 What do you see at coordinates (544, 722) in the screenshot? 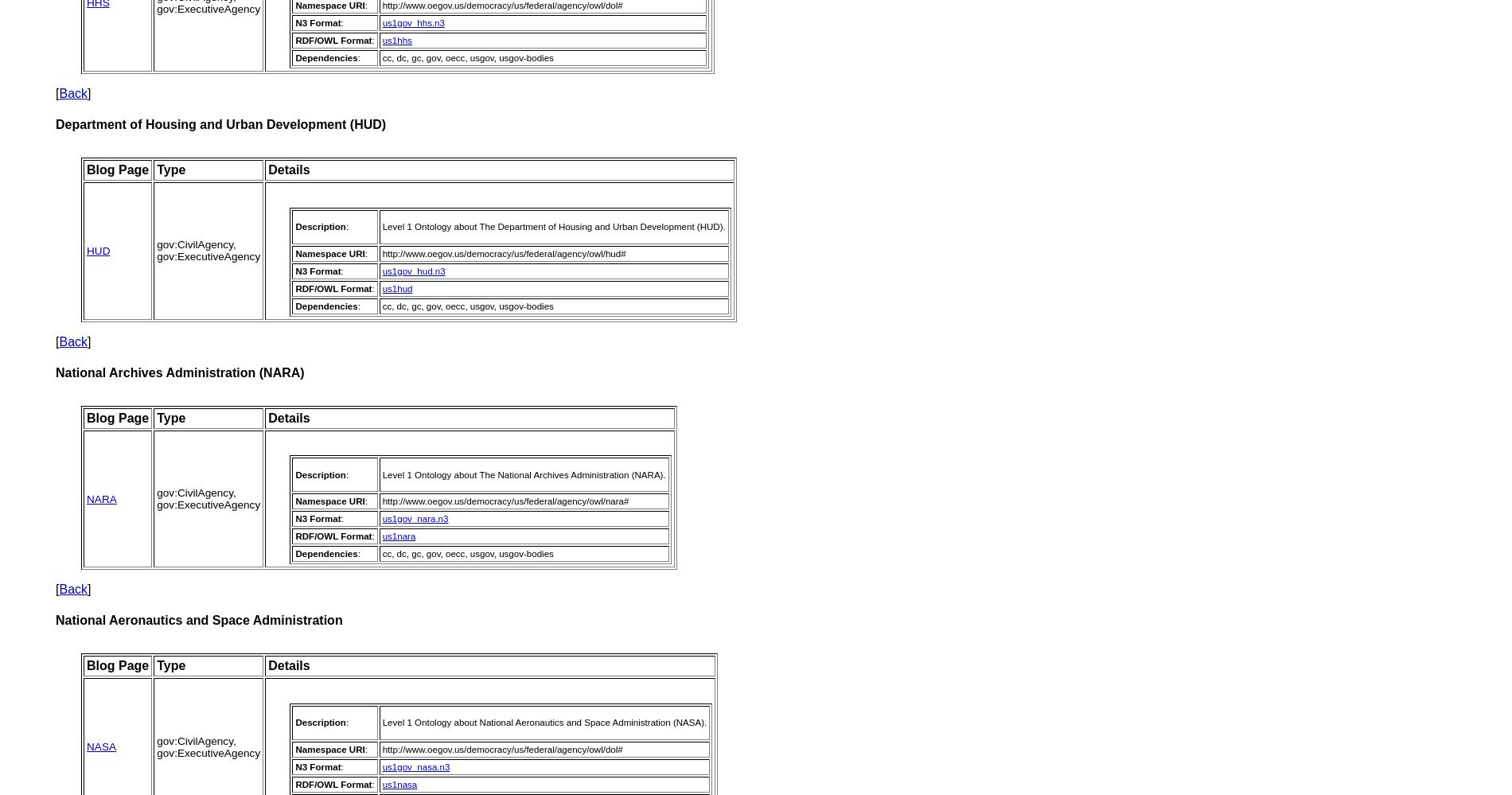
I see `'Level 1 Ontology about National Aeronautics and Space Administration (NASA).'` at bounding box center [544, 722].